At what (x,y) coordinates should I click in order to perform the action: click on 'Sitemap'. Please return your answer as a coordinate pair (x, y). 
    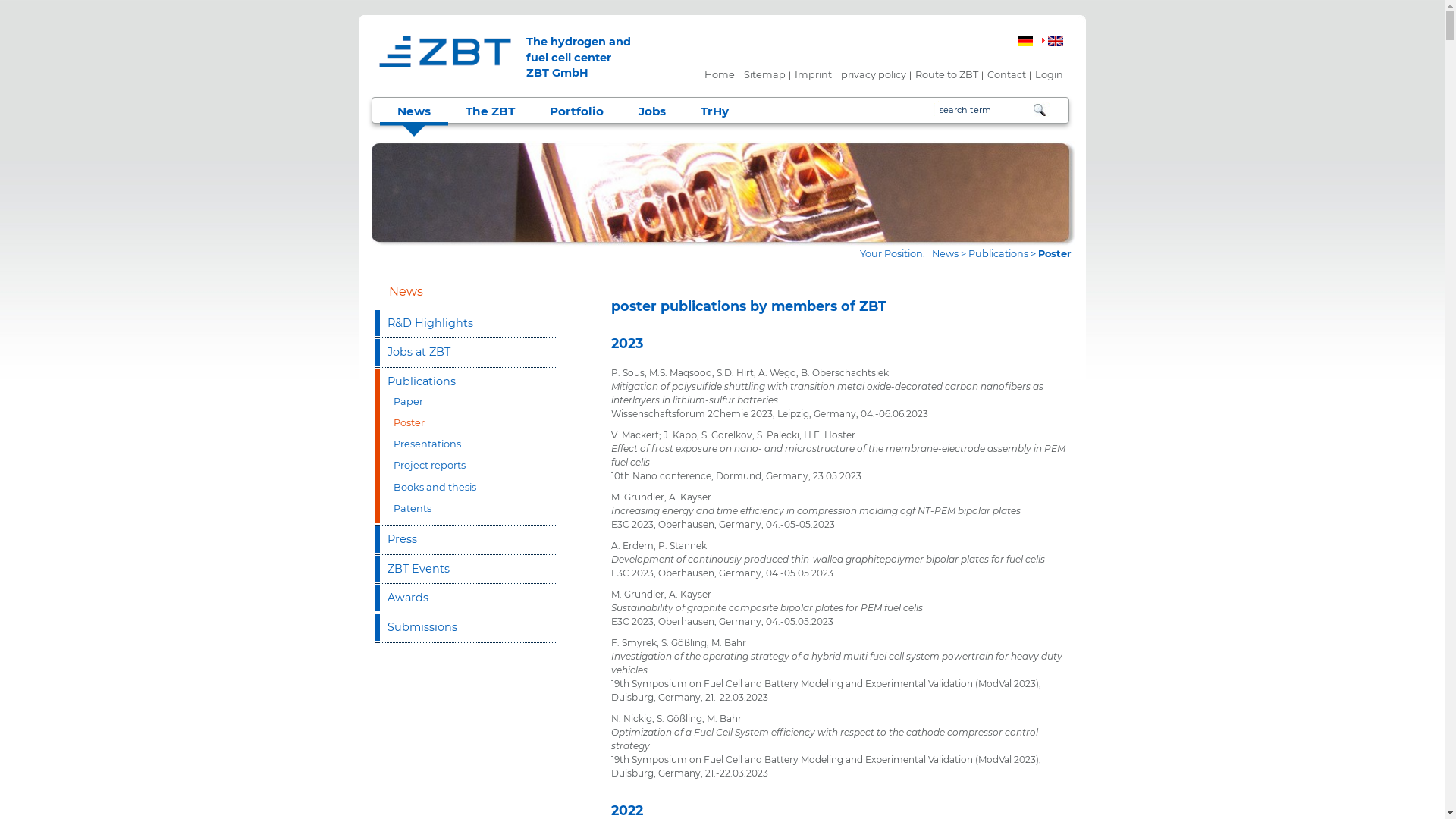
    Looking at the image, I should click on (764, 75).